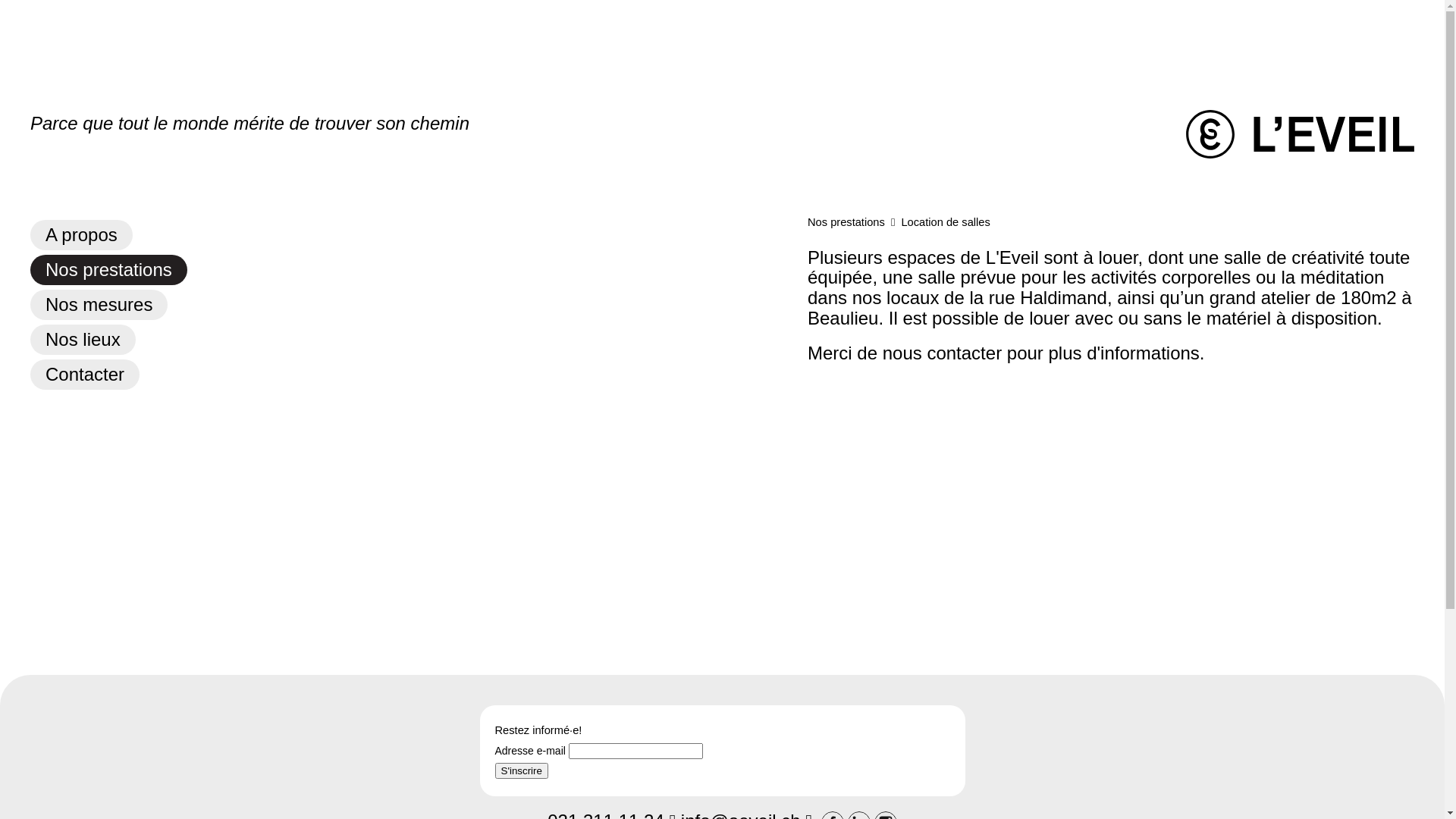  Describe the element at coordinates (98, 304) in the screenshot. I see `'Nos mesures'` at that location.